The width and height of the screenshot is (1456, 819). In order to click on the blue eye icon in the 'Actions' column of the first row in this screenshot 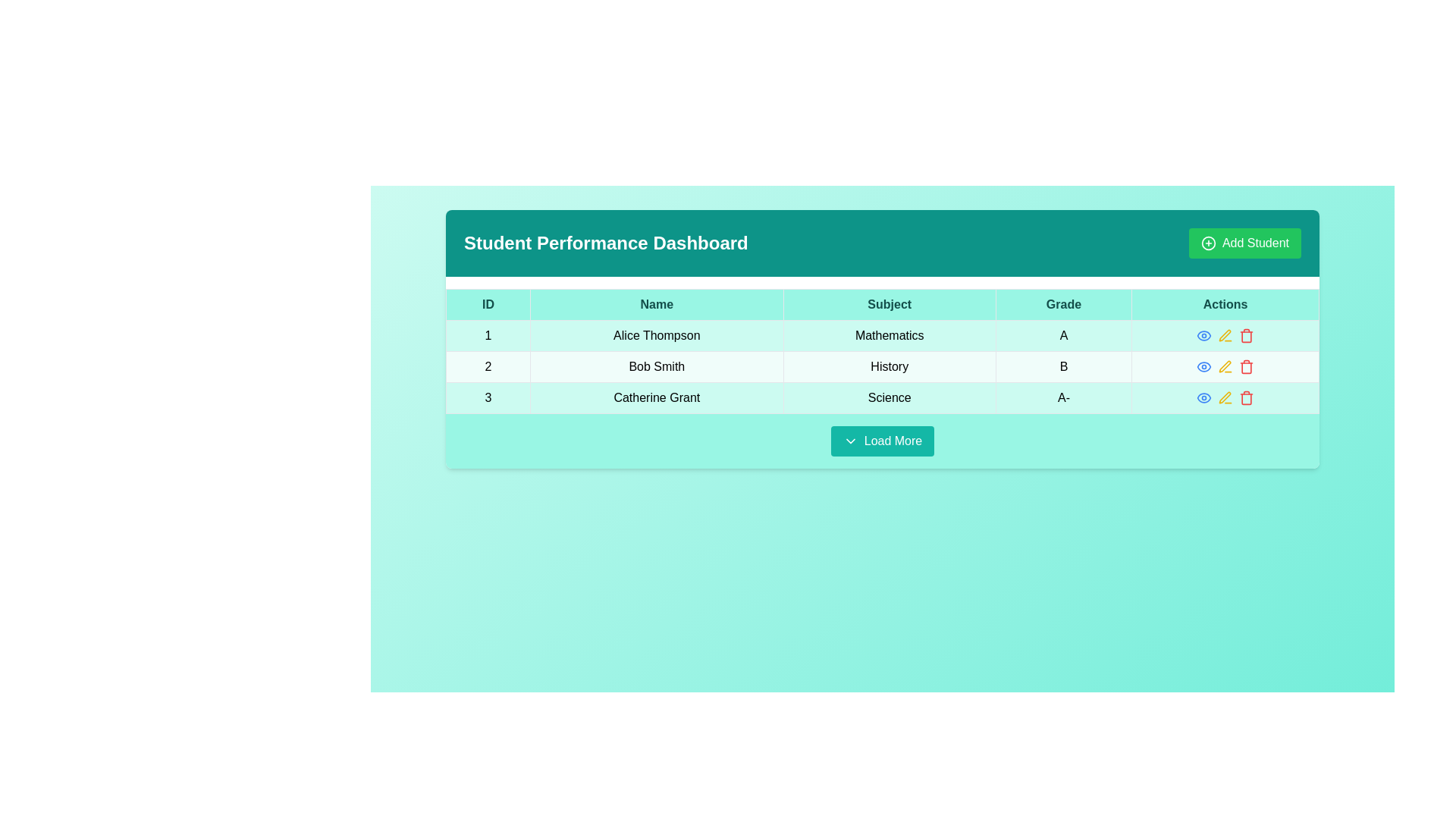, I will do `click(1203, 335)`.